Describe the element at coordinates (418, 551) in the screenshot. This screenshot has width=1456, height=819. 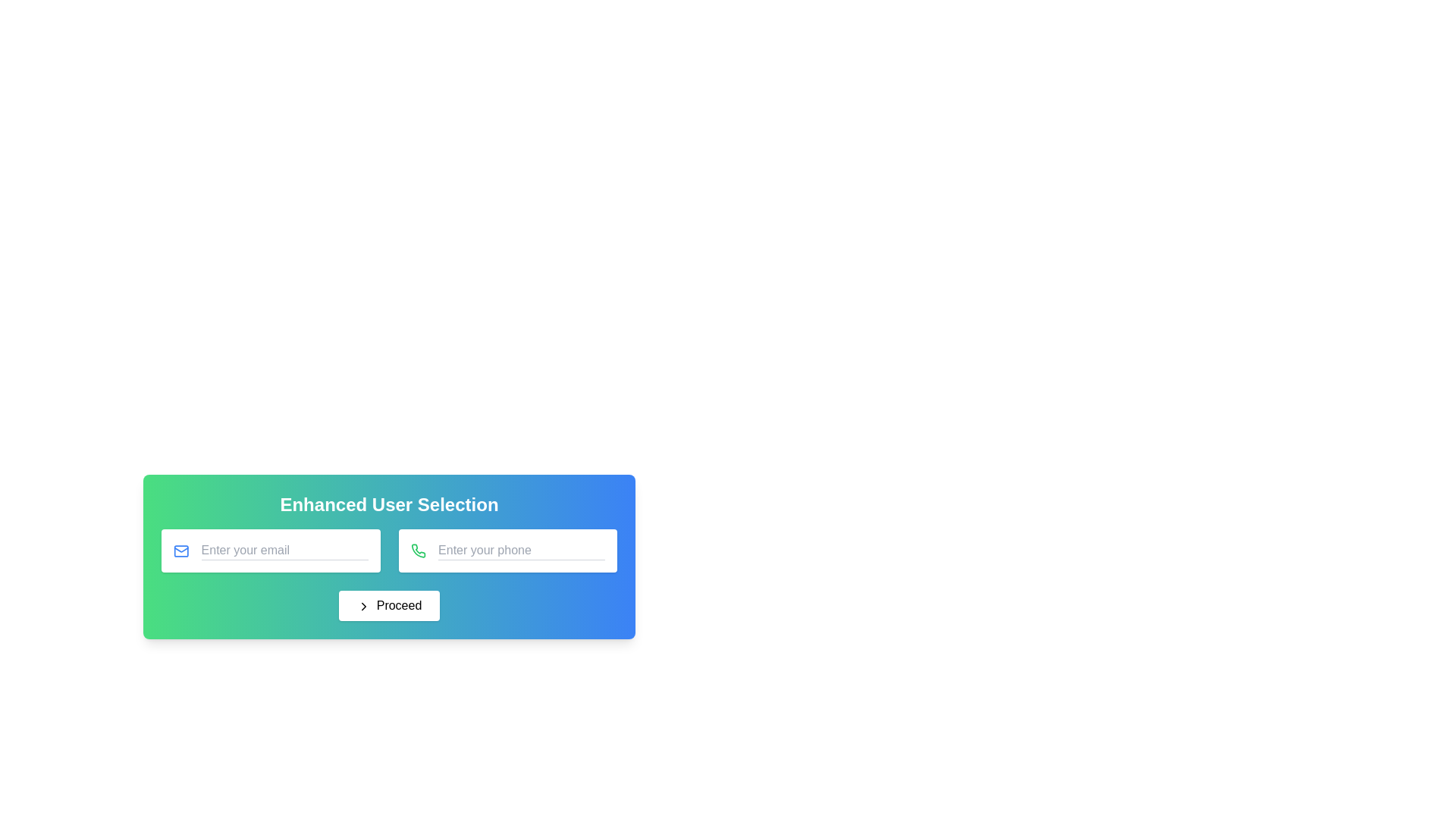
I see `the icon in the top-right corner of the phone number input field` at that location.